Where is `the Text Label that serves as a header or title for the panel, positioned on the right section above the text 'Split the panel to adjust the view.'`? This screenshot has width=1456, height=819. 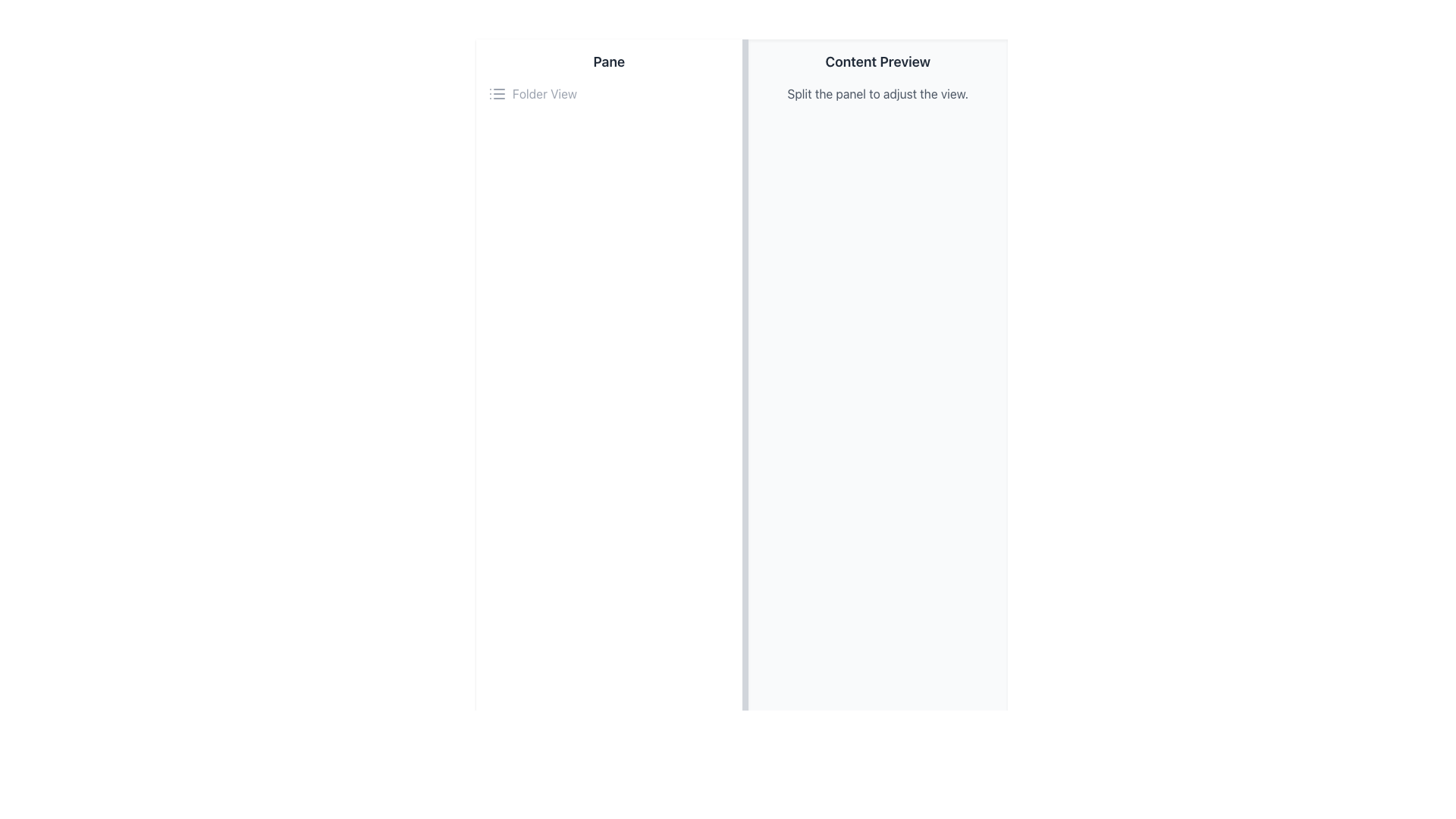
the Text Label that serves as a header or title for the panel, positioned on the right section above the text 'Split the panel to adjust the view.' is located at coordinates (877, 61).